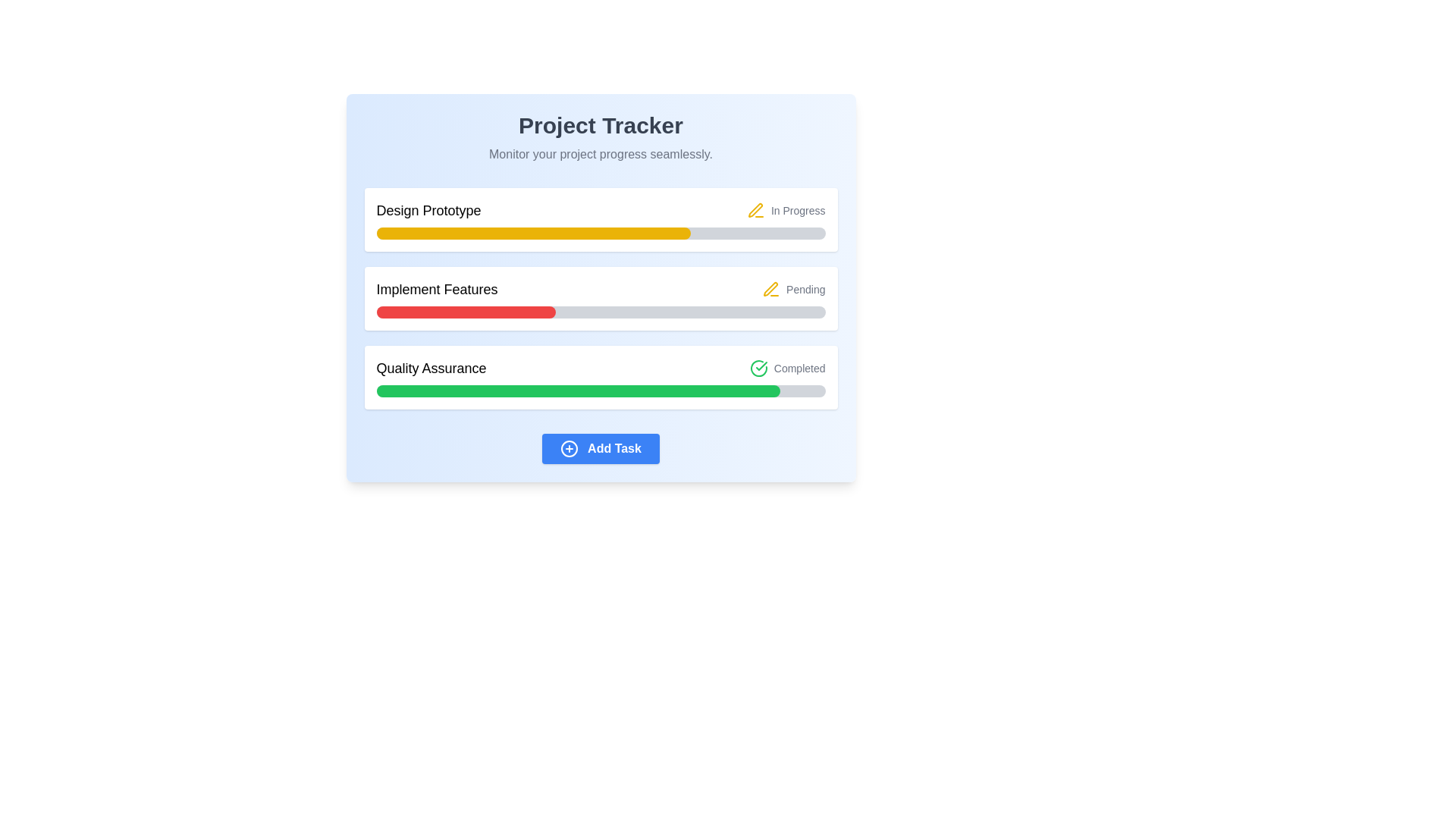  Describe the element at coordinates (797, 210) in the screenshot. I see `the text label indicating the current status ('In Progress') of the task in the top-right corner of the 'Design Prototype' task row, next to the yellow progress bar and pencil icon` at that location.